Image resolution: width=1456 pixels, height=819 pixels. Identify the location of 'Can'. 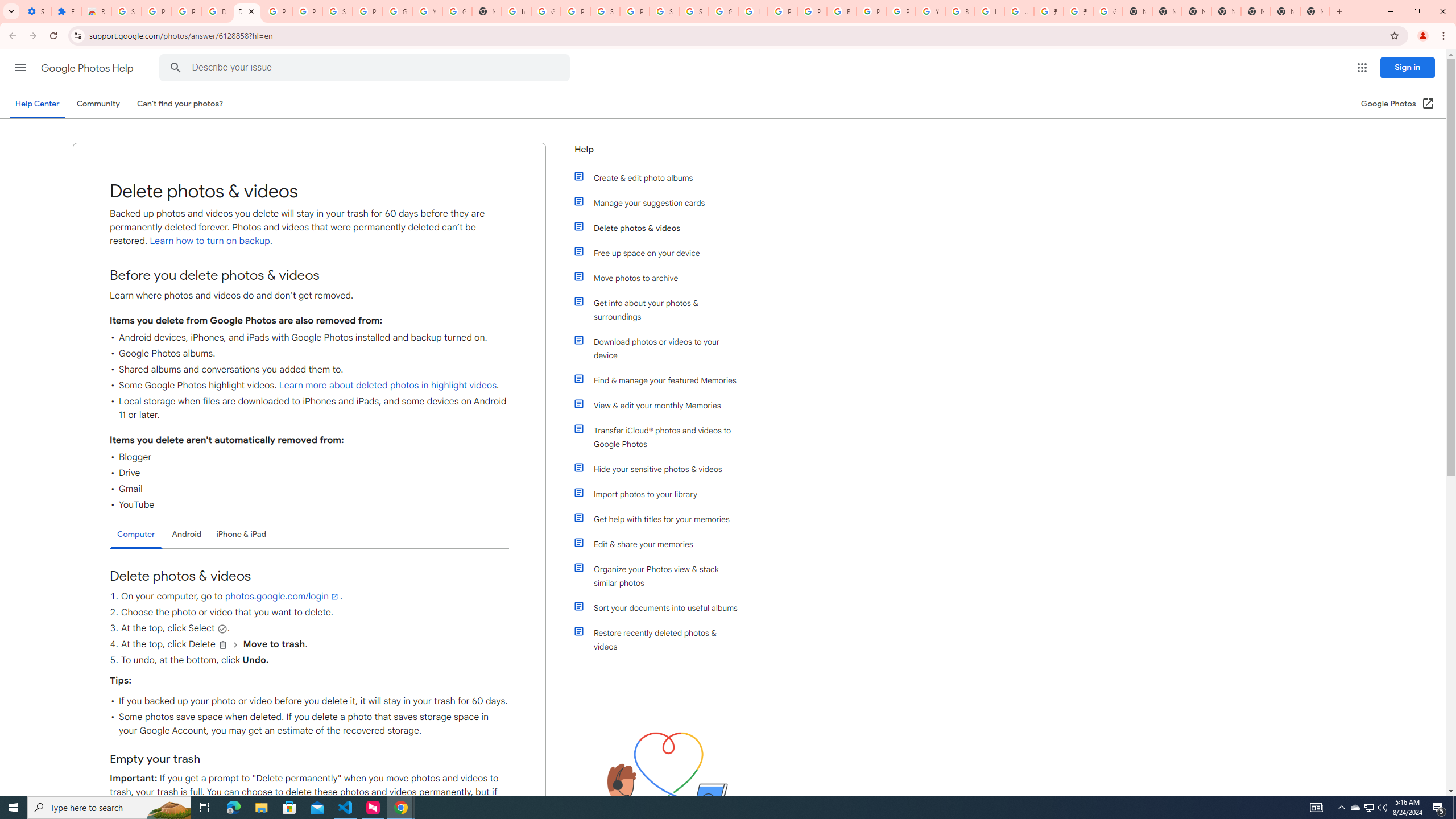
(180, 103).